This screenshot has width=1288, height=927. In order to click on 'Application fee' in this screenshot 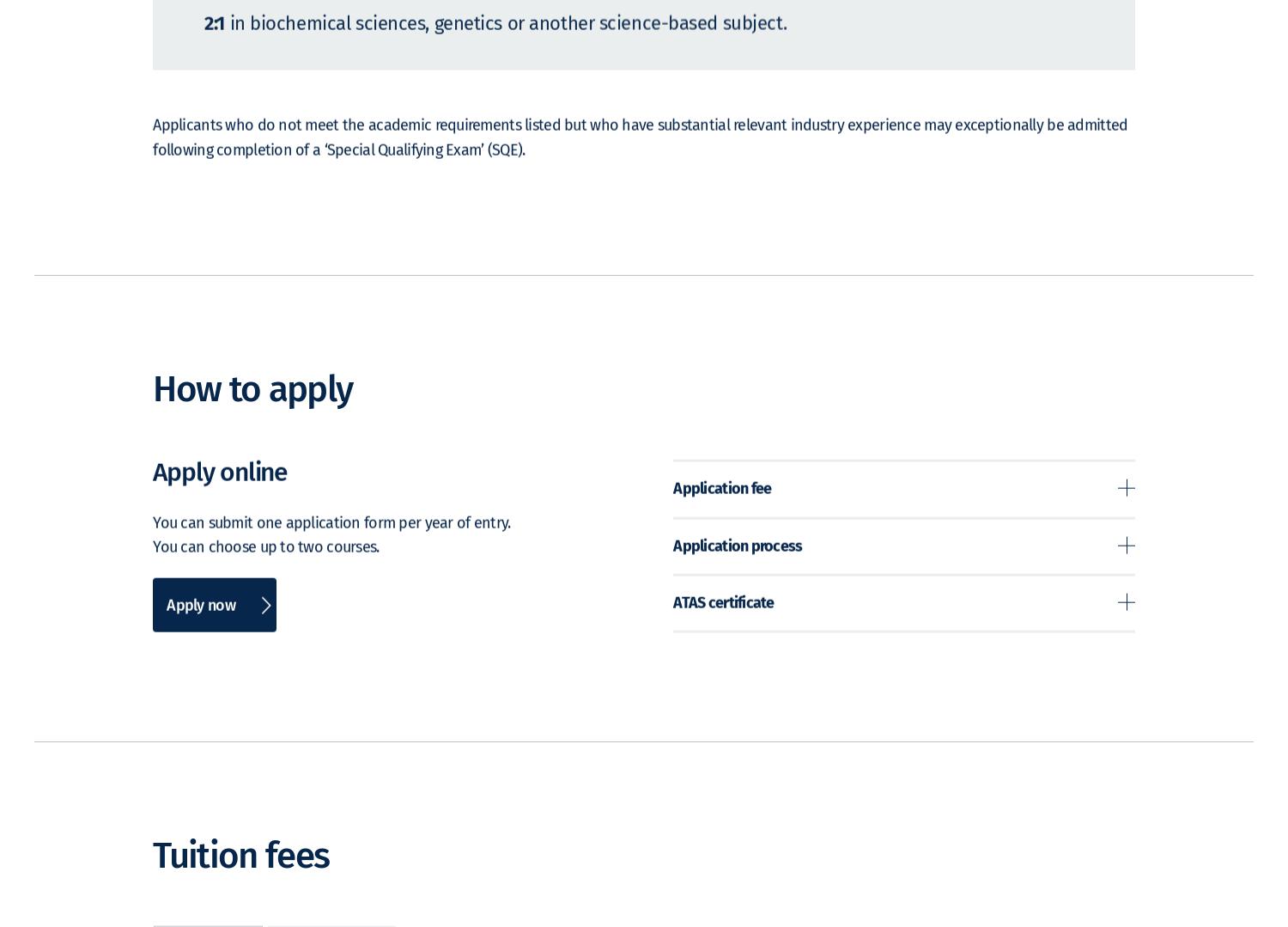, I will do `click(721, 513)`.